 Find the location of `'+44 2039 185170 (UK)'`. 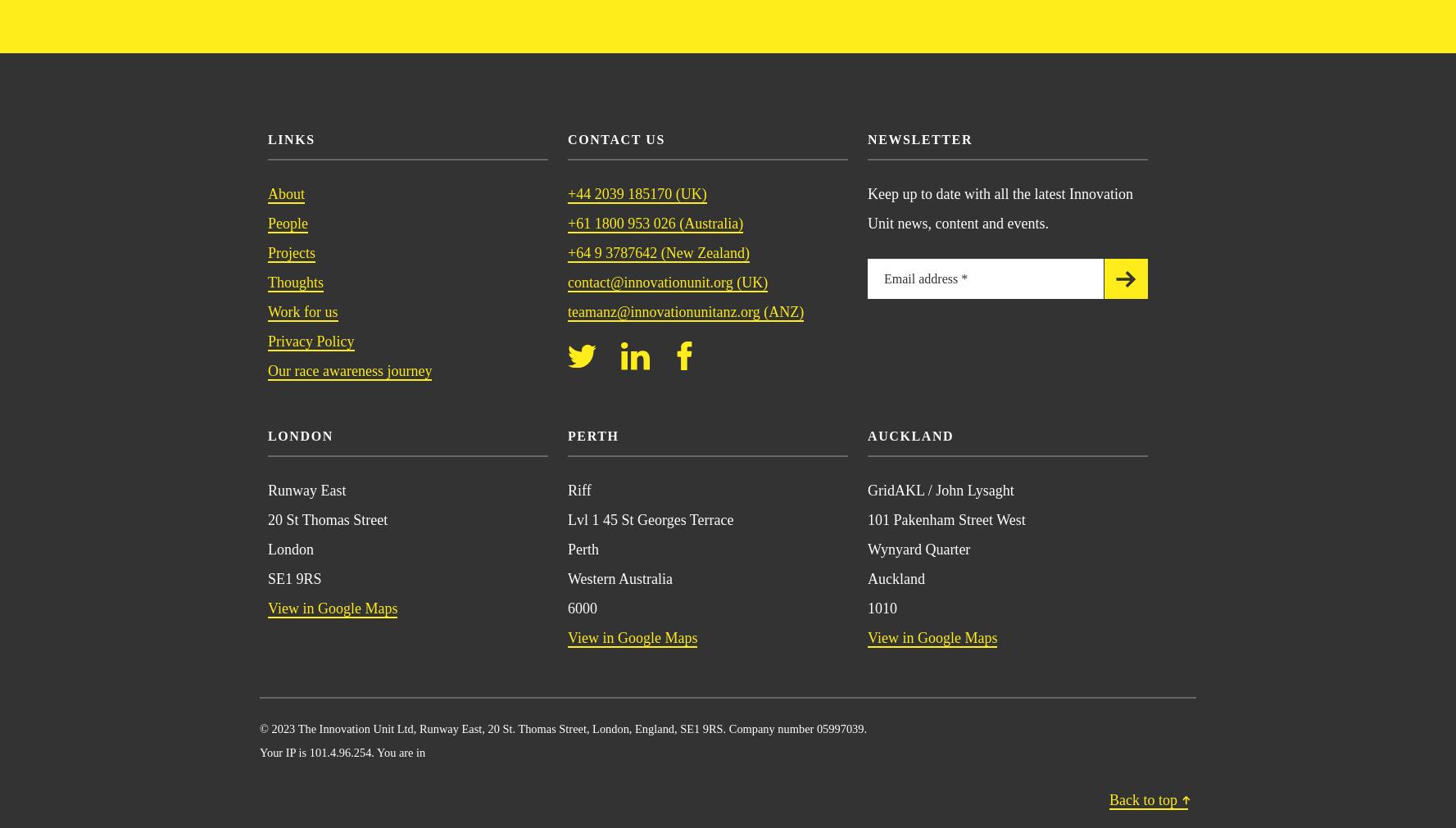

'+44 2039 185170 (UK)' is located at coordinates (637, 192).